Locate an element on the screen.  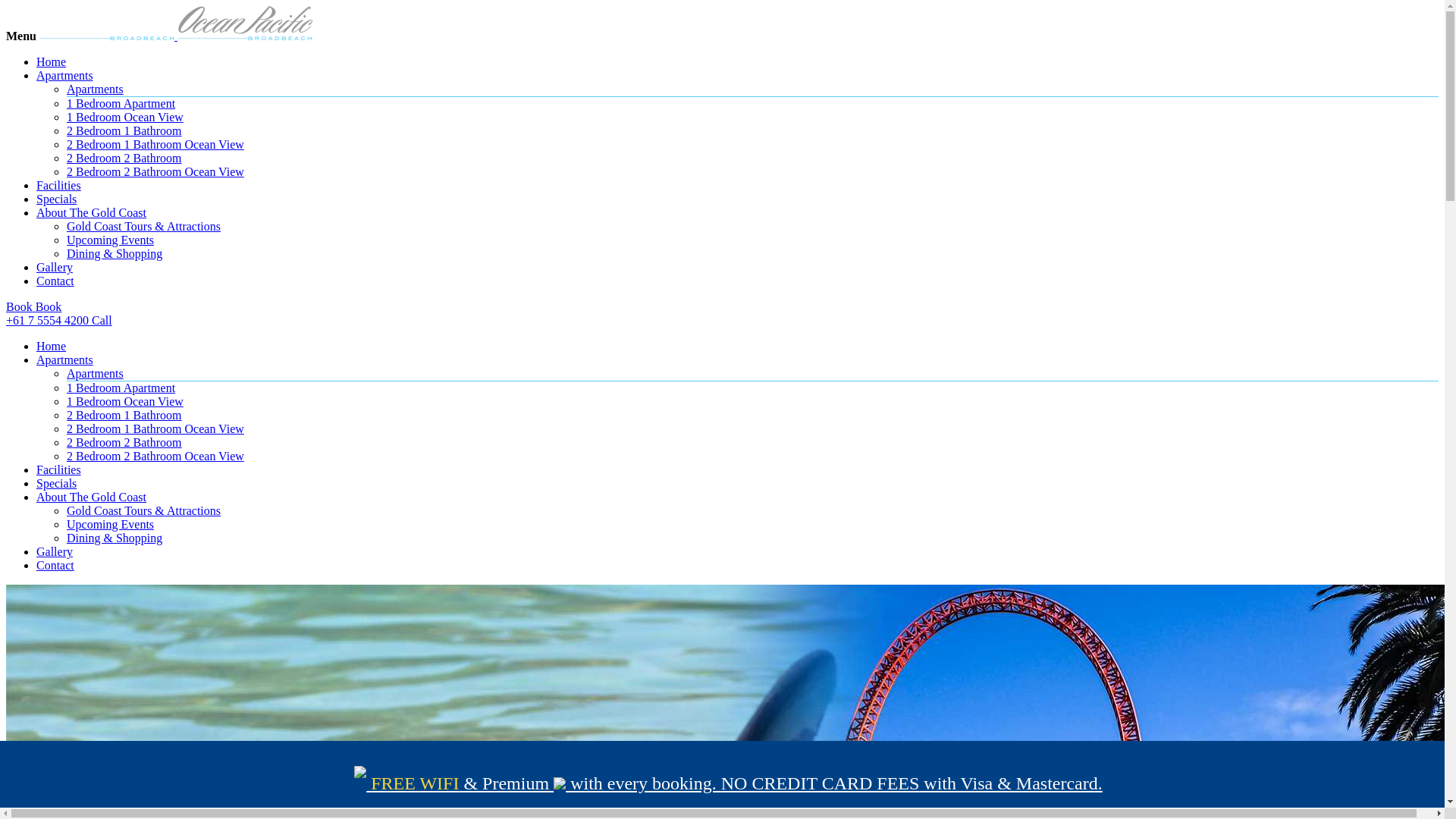
'2 Bedroom 1 Bathroom Ocean View' is located at coordinates (155, 428).